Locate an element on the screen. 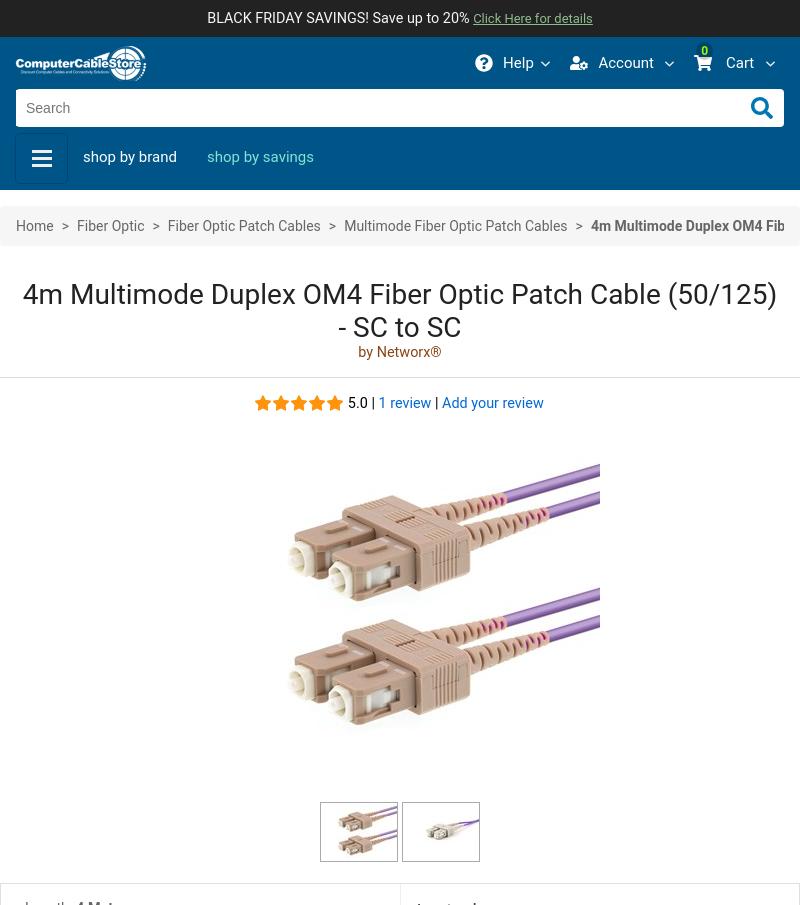 The height and width of the screenshot is (905, 800). '0' is located at coordinates (703, 51).